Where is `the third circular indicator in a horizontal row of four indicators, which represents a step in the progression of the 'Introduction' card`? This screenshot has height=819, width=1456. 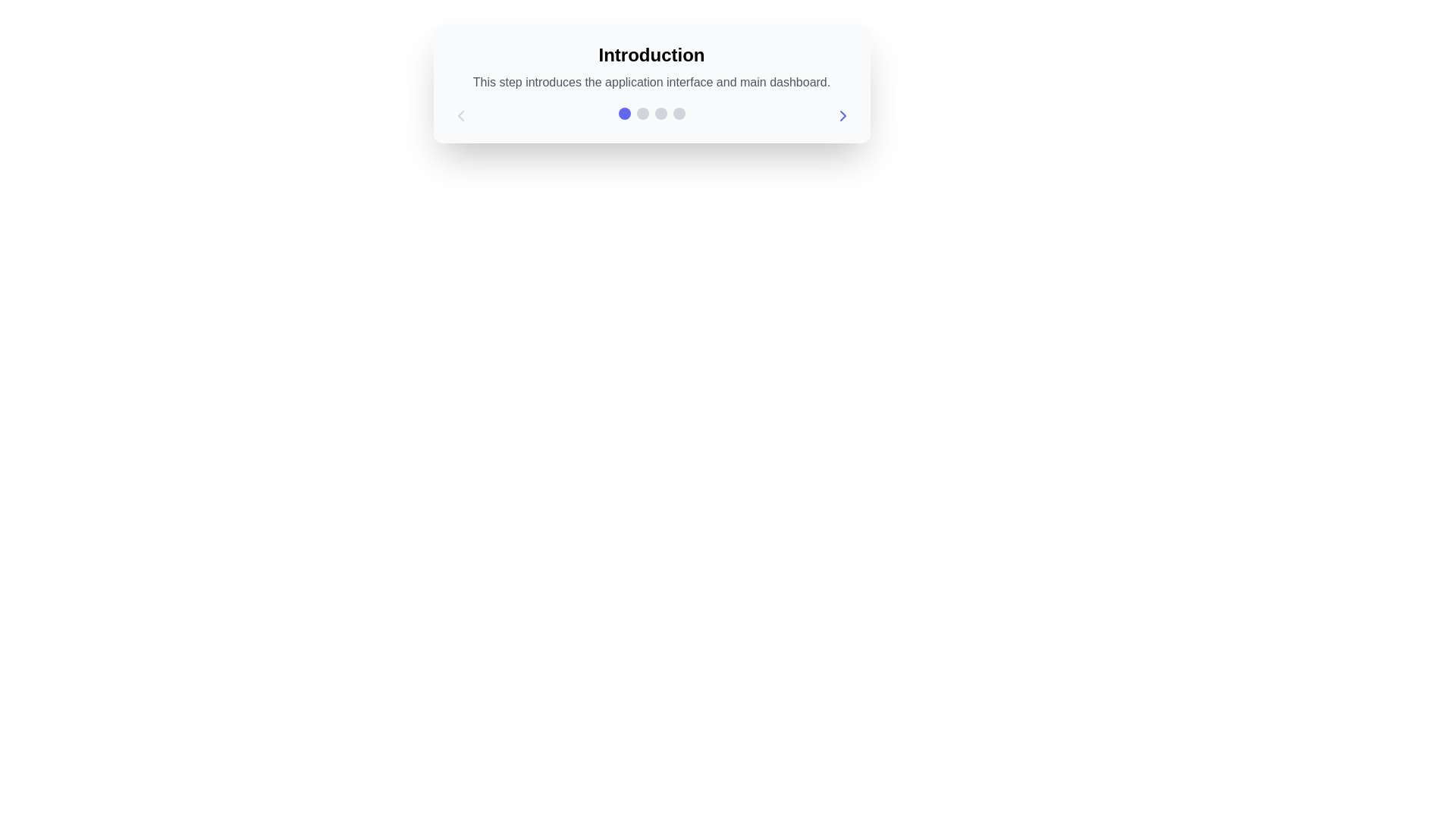 the third circular indicator in a horizontal row of four indicators, which represents a step in the progression of the 'Introduction' card is located at coordinates (661, 113).